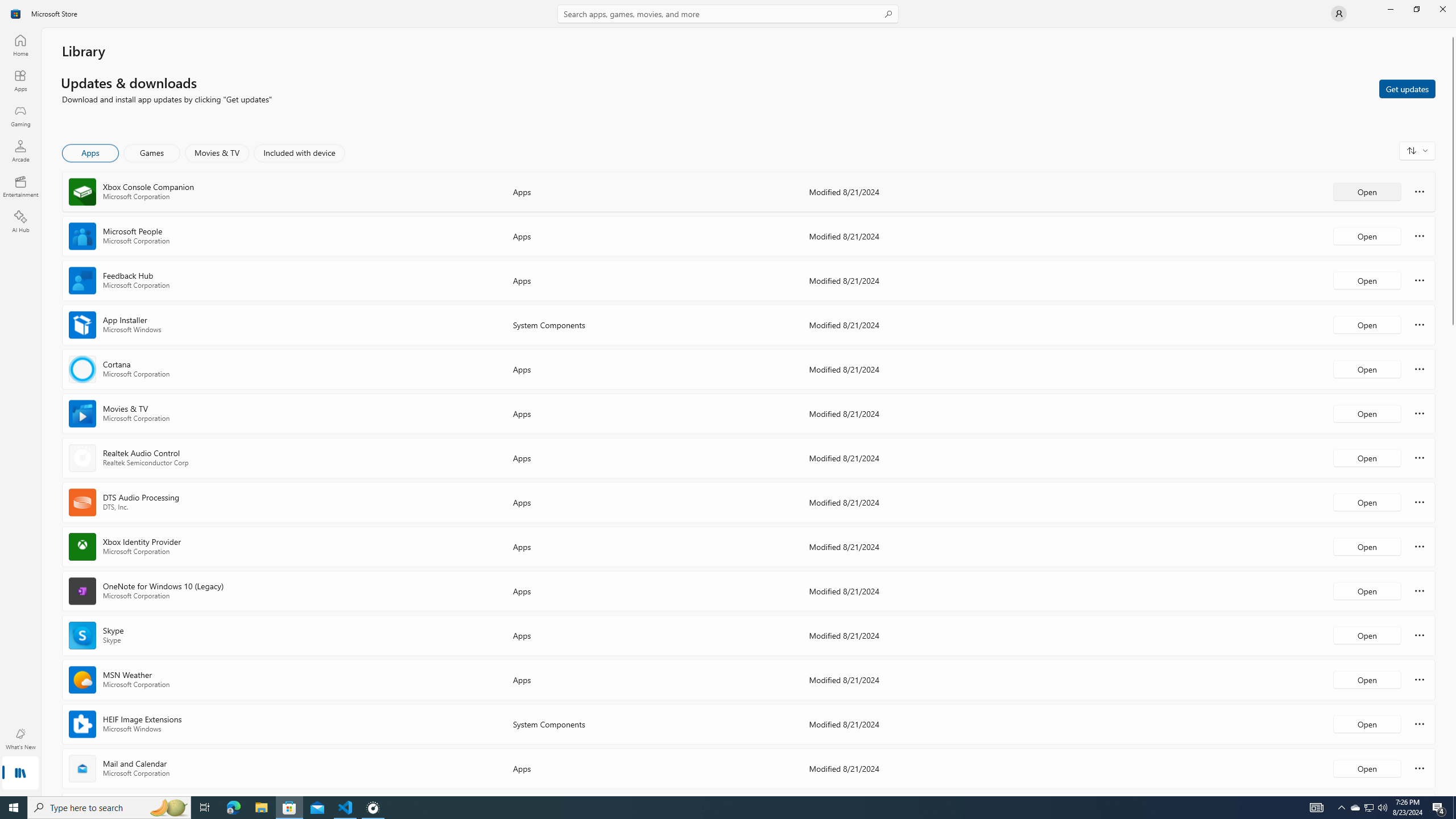 This screenshot has height=819, width=1456. Describe the element at coordinates (1417, 150) in the screenshot. I see `'Sort and filter'` at that location.